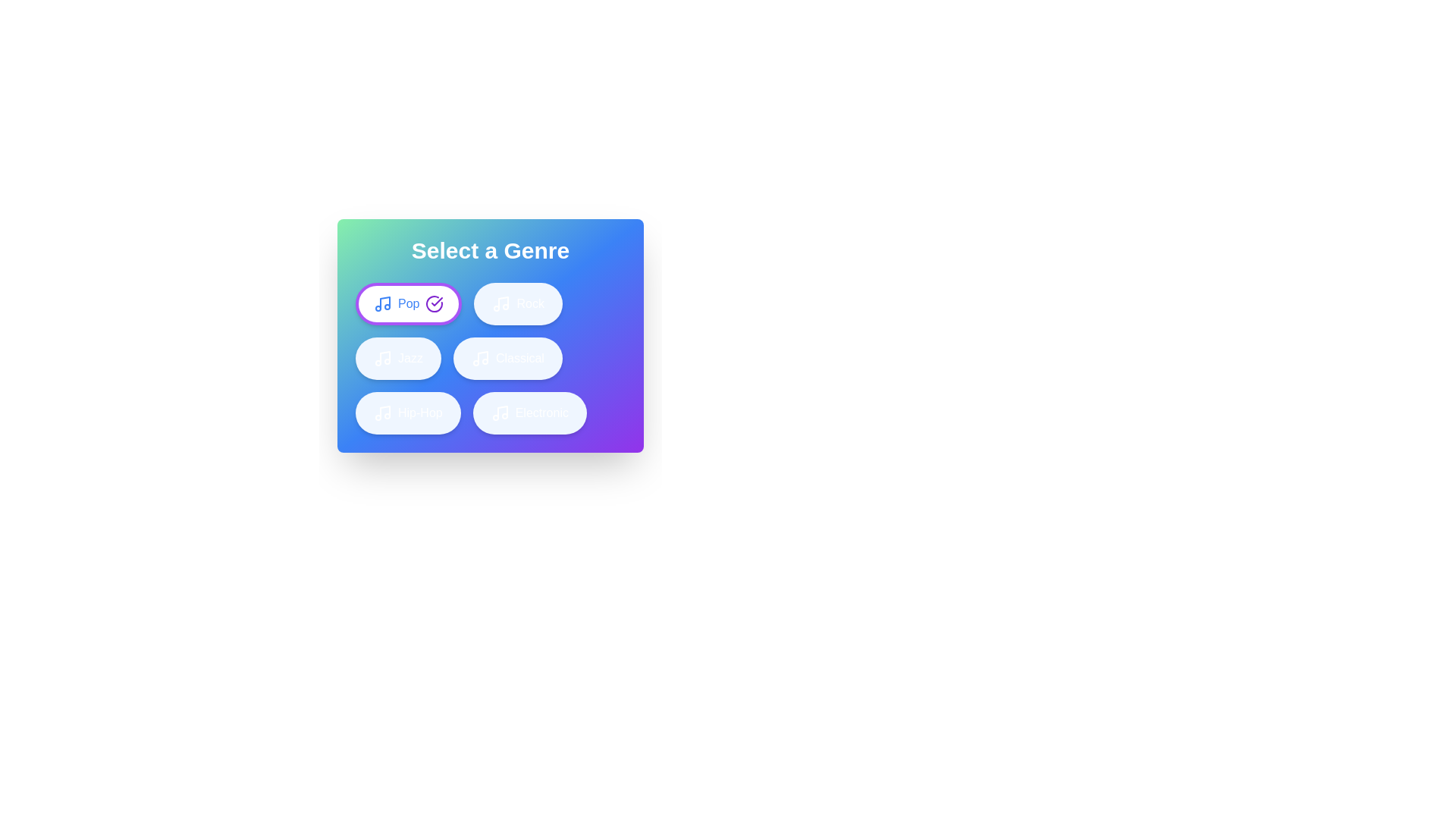 Image resolution: width=1456 pixels, height=819 pixels. What do you see at coordinates (479, 359) in the screenshot?
I see `properties of the musical note icon located within the 'Classical' button, which is positioned in the second row and second column of the layout` at bounding box center [479, 359].